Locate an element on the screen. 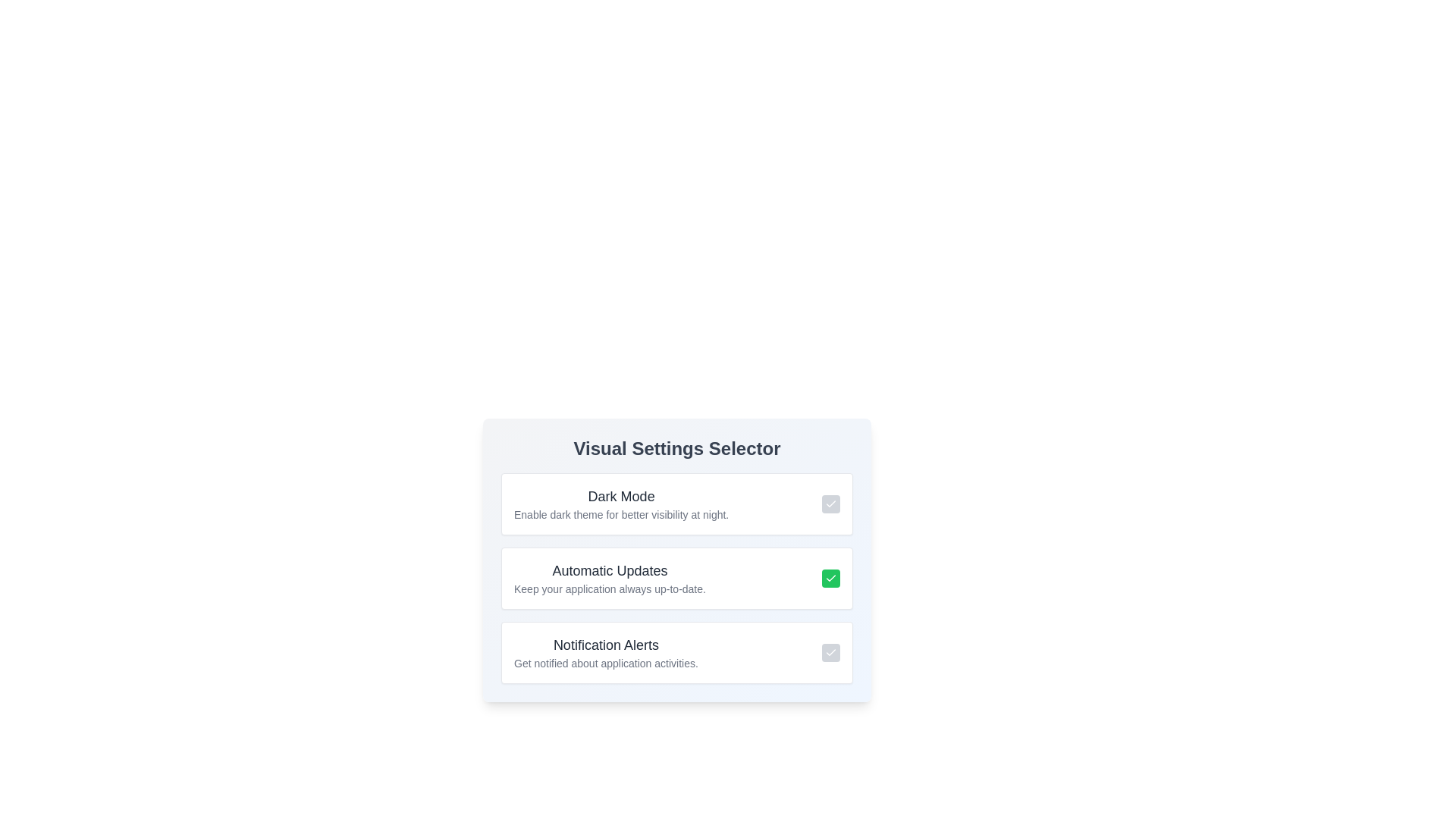  the green toggle switch in the 'Automatic Updates' section is located at coordinates (676, 579).